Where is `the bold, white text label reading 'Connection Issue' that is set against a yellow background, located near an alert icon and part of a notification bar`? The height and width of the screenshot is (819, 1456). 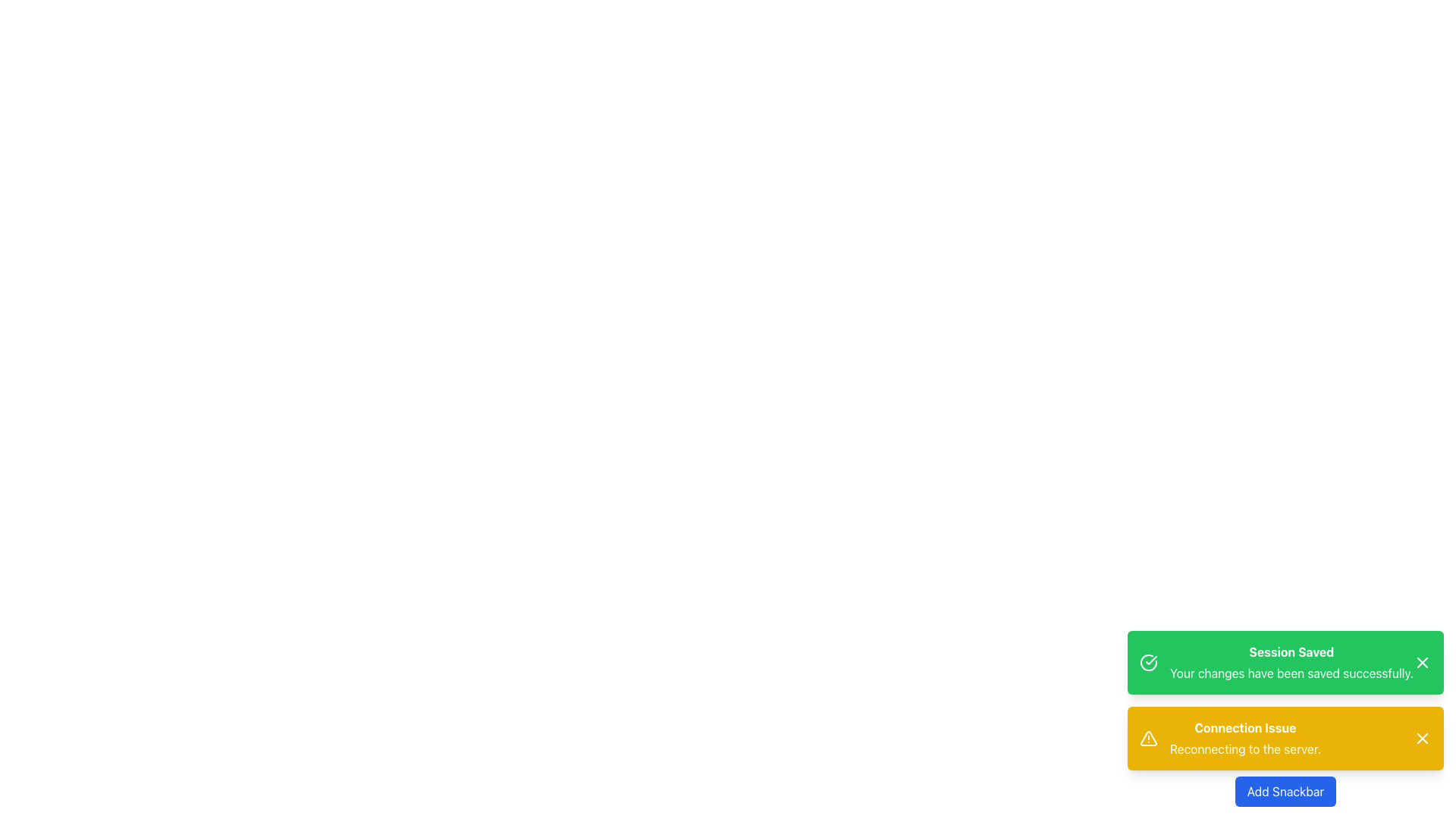 the bold, white text label reading 'Connection Issue' that is set against a yellow background, located near an alert icon and part of a notification bar is located at coordinates (1245, 727).